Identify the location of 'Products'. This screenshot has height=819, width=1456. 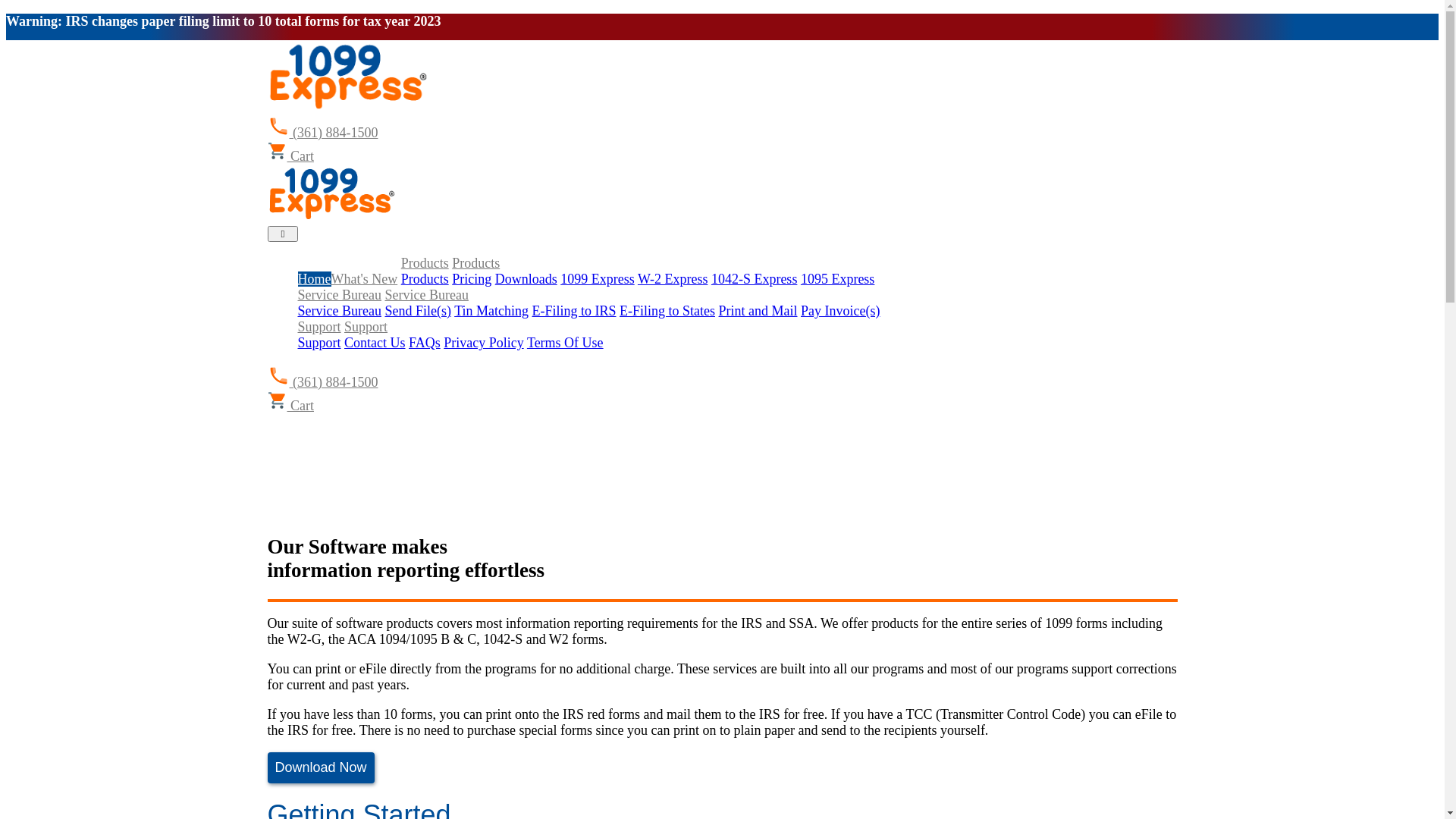
(400, 262).